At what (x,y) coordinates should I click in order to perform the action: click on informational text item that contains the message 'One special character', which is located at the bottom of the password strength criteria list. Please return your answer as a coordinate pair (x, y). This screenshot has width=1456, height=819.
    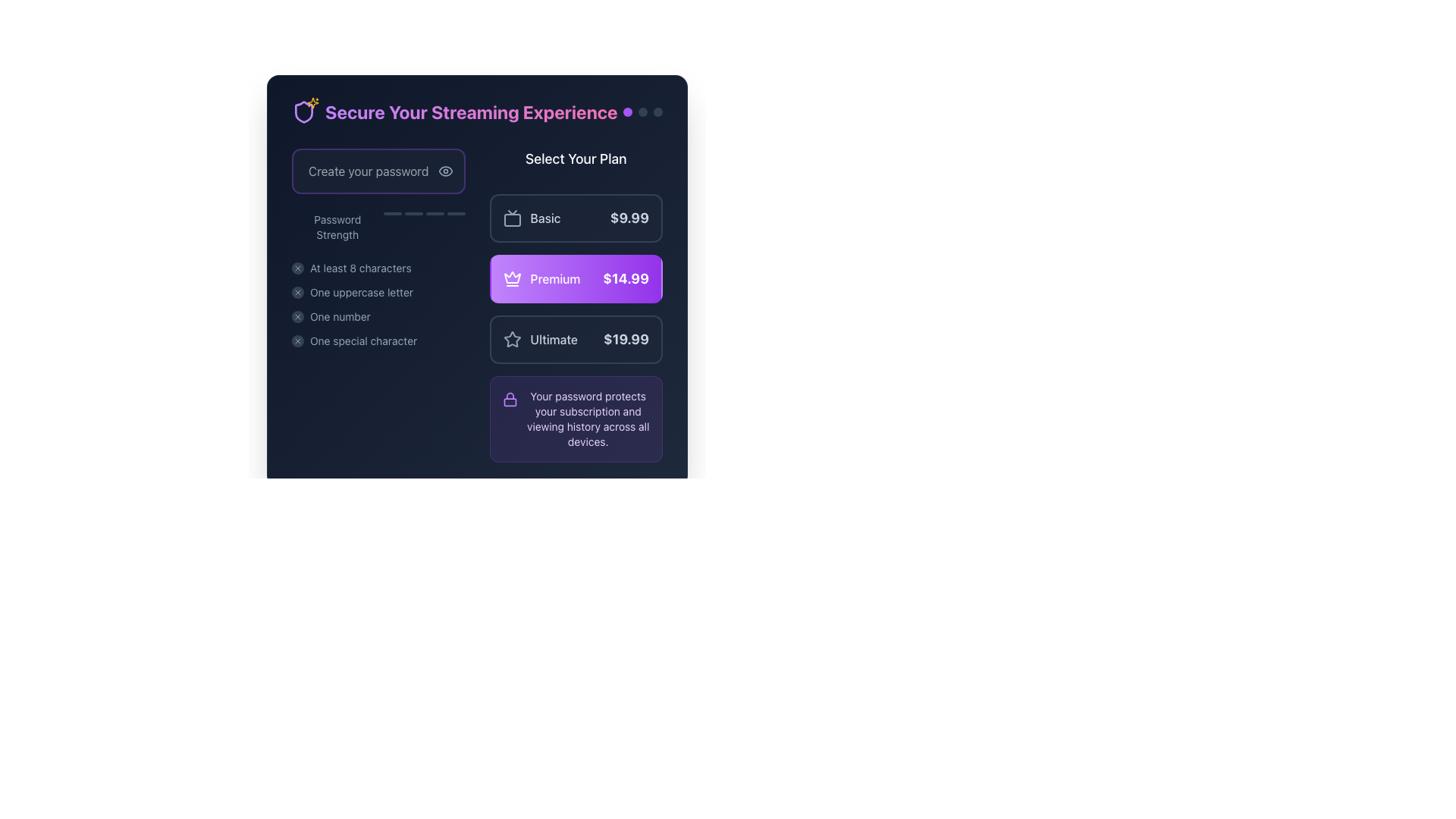
    Looking at the image, I should click on (378, 341).